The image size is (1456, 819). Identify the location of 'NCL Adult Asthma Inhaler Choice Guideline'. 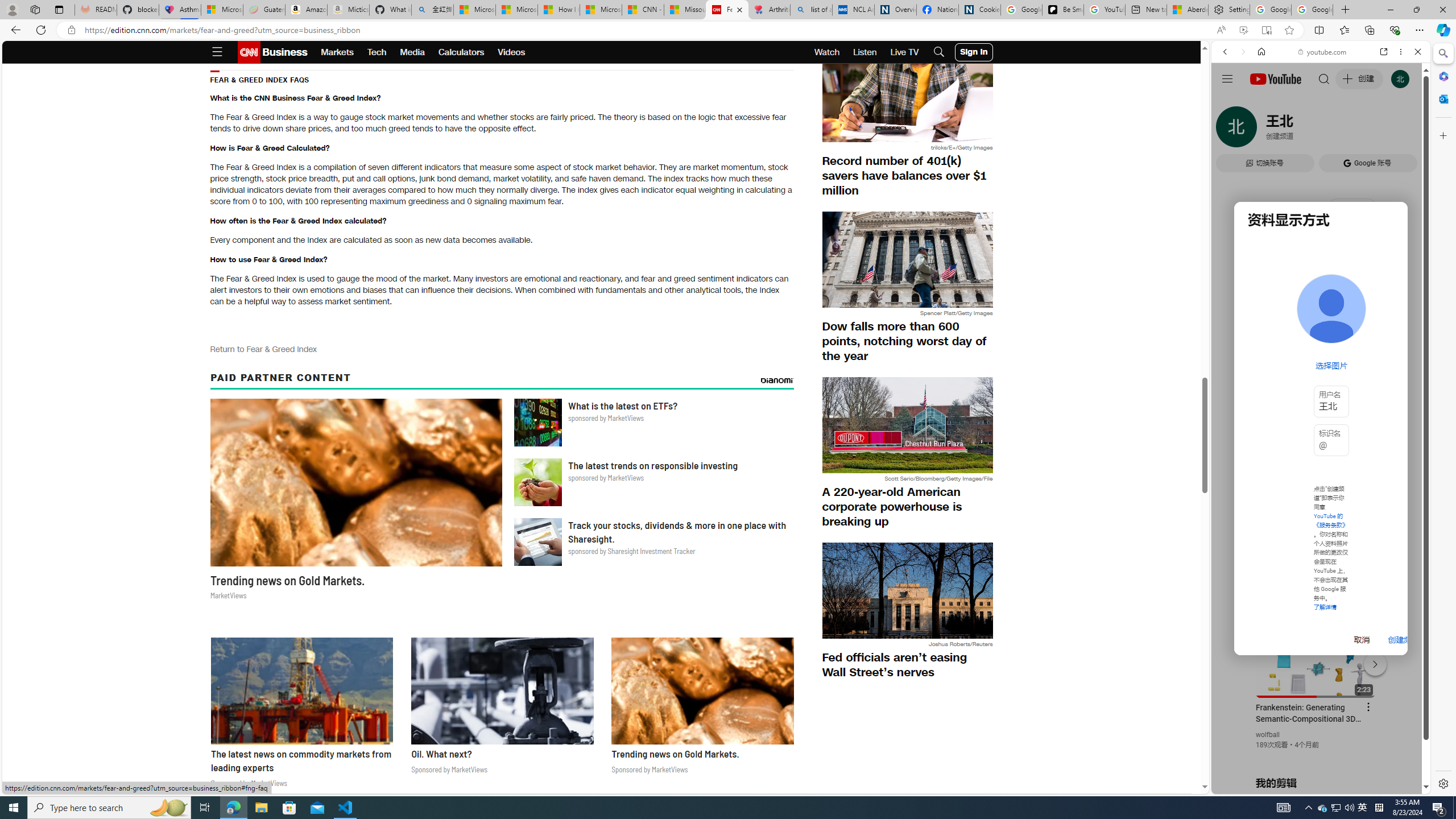
(853, 9).